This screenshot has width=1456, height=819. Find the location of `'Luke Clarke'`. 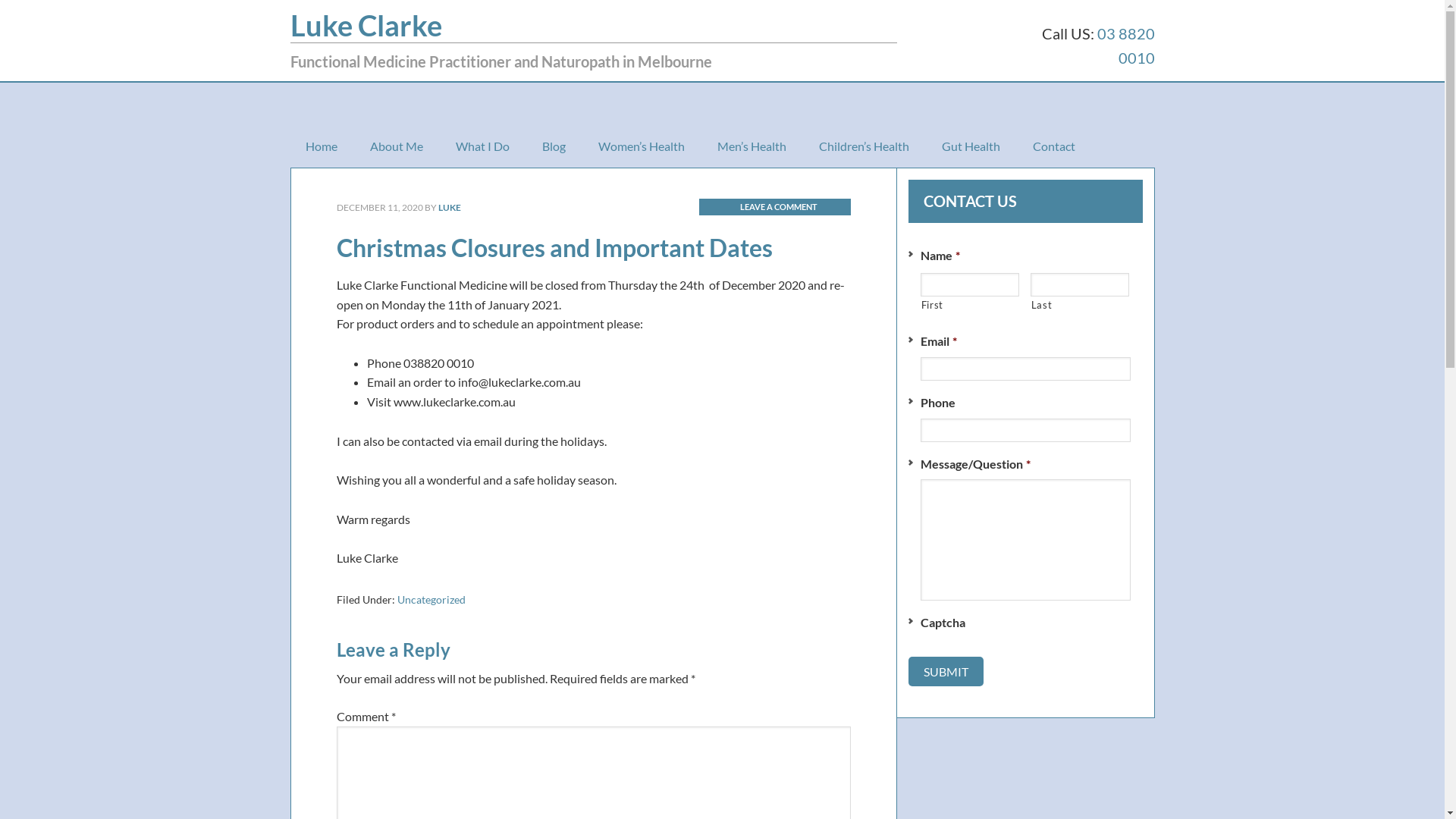

'Luke Clarke' is located at coordinates (290, 25).